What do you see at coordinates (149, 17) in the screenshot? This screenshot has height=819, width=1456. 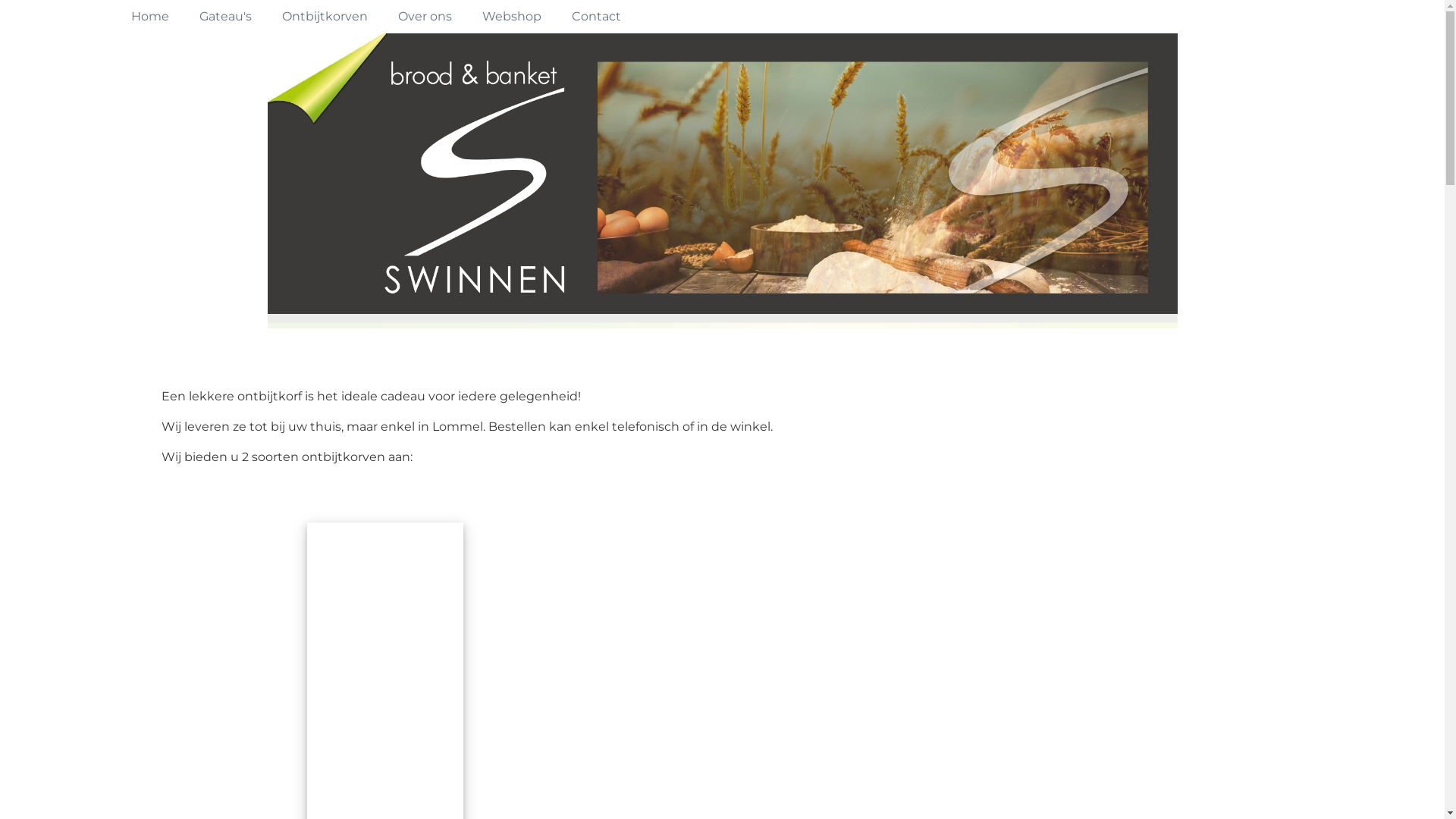 I see `'Home'` at bounding box center [149, 17].